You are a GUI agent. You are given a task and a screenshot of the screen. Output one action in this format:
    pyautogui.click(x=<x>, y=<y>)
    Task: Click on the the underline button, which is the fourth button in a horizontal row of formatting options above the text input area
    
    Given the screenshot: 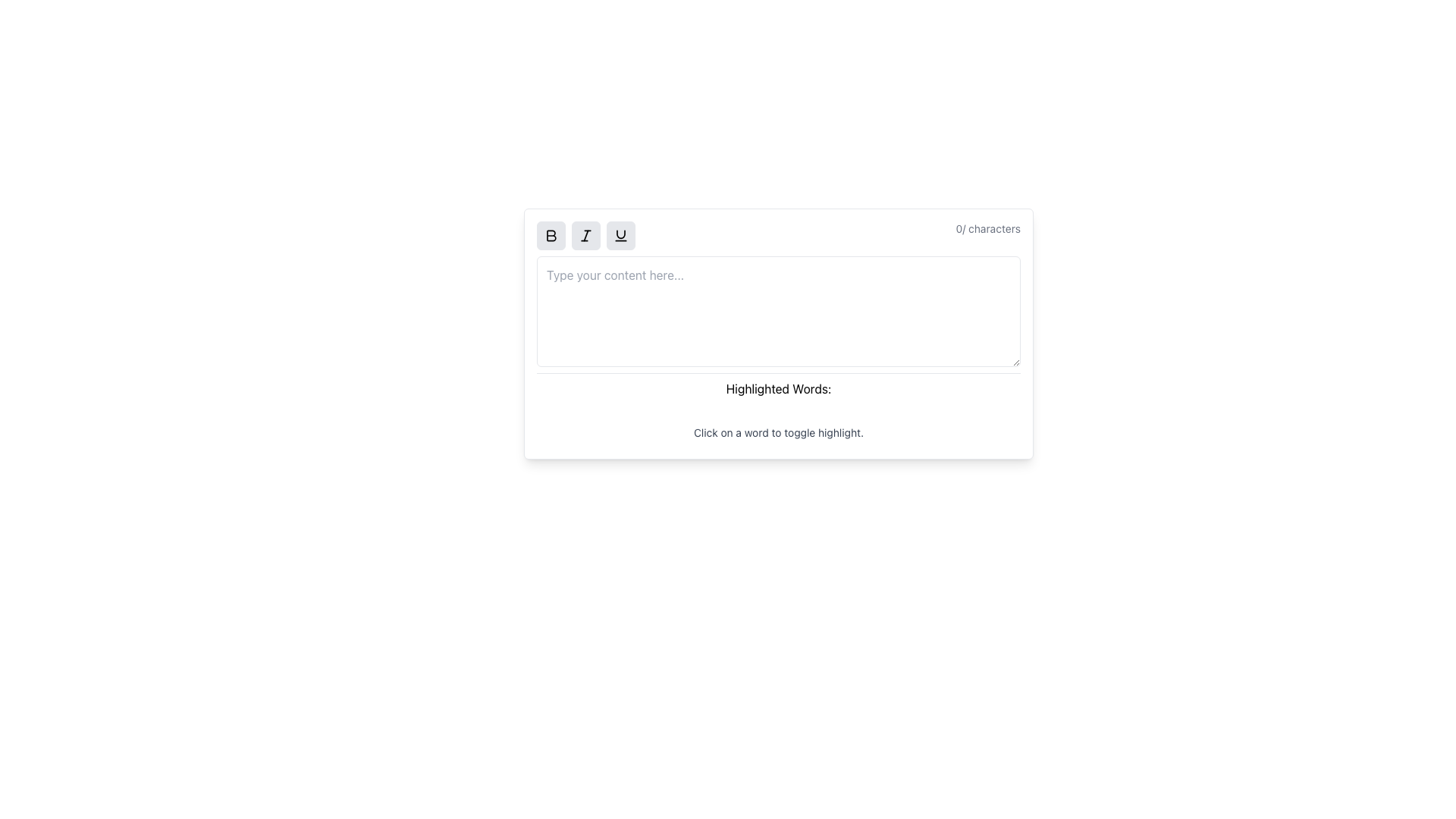 What is the action you would take?
    pyautogui.click(x=621, y=236)
    